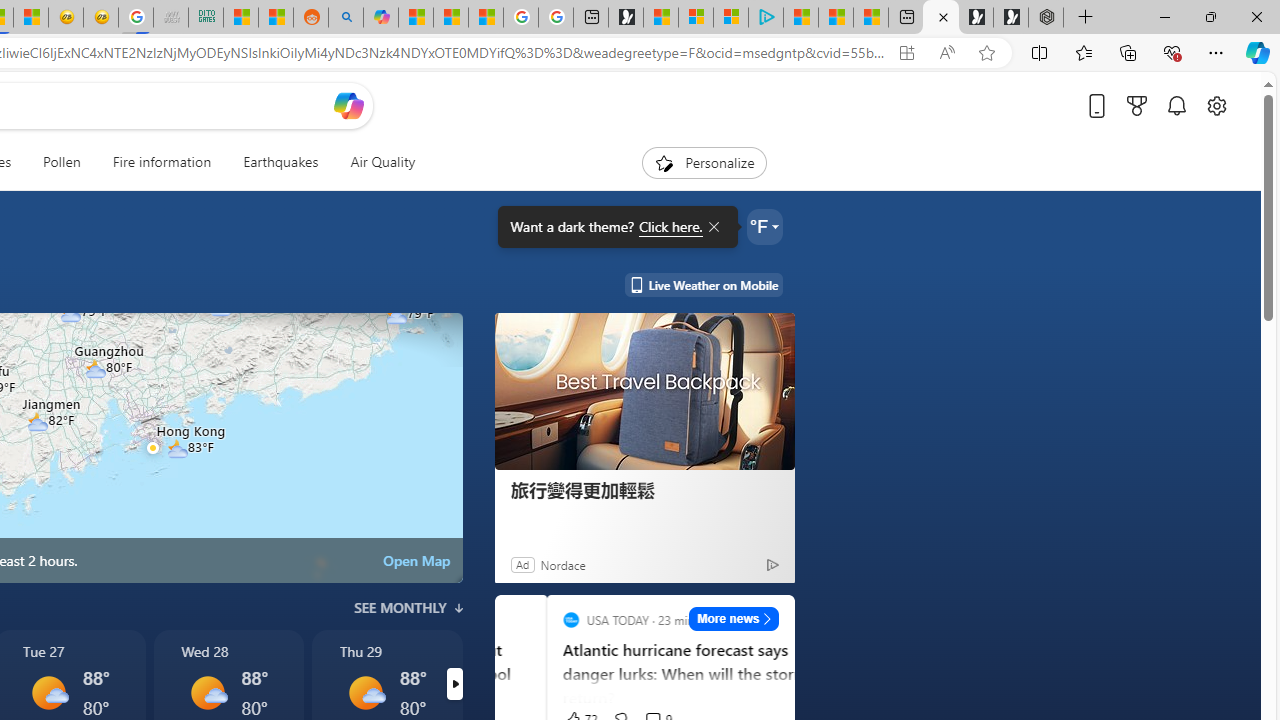 Image resolution: width=1280 pixels, height=720 pixels. I want to click on 'Open settings', so click(1215, 105).